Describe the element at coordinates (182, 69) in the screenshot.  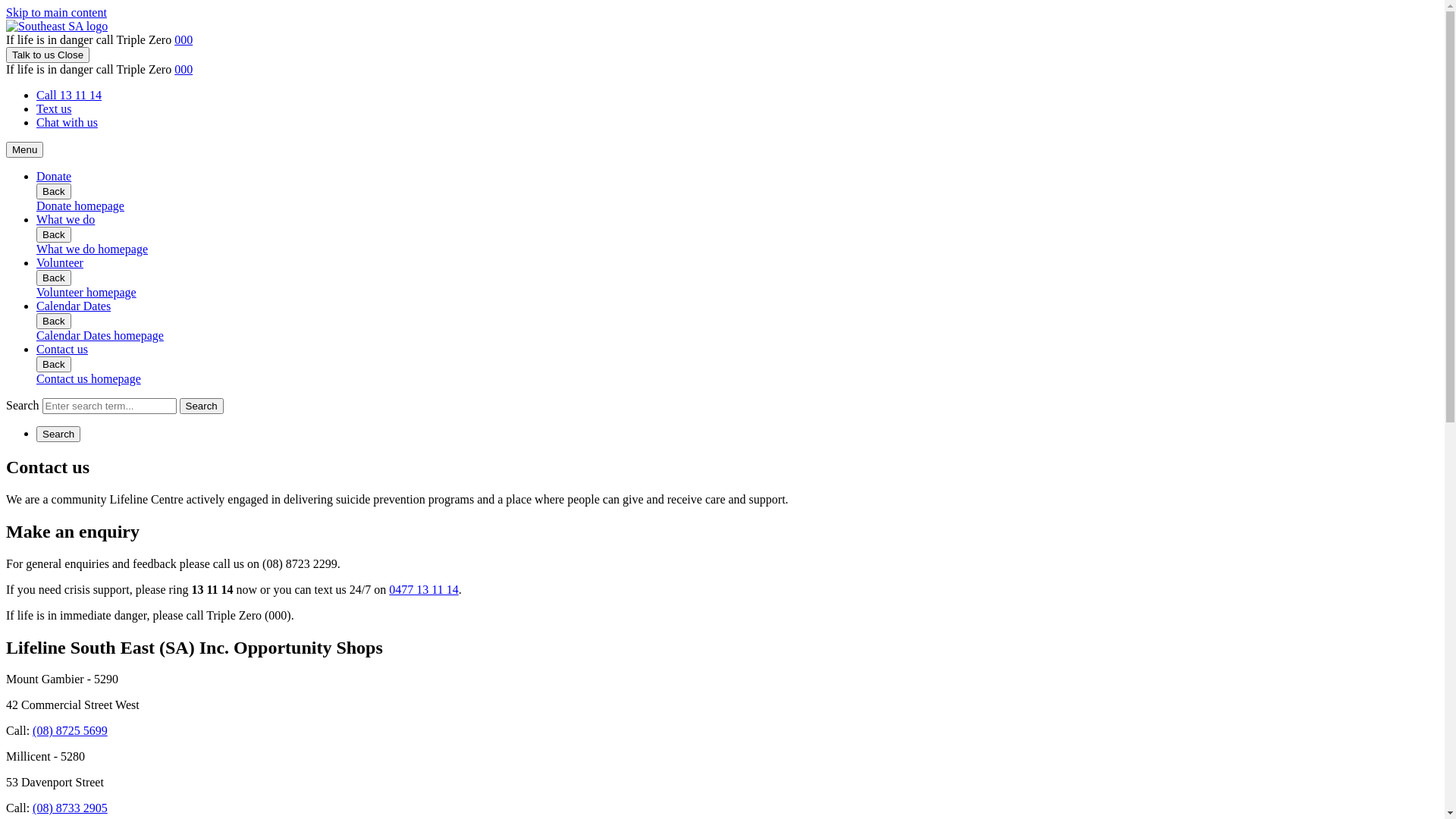
I see `'000'` at that location.